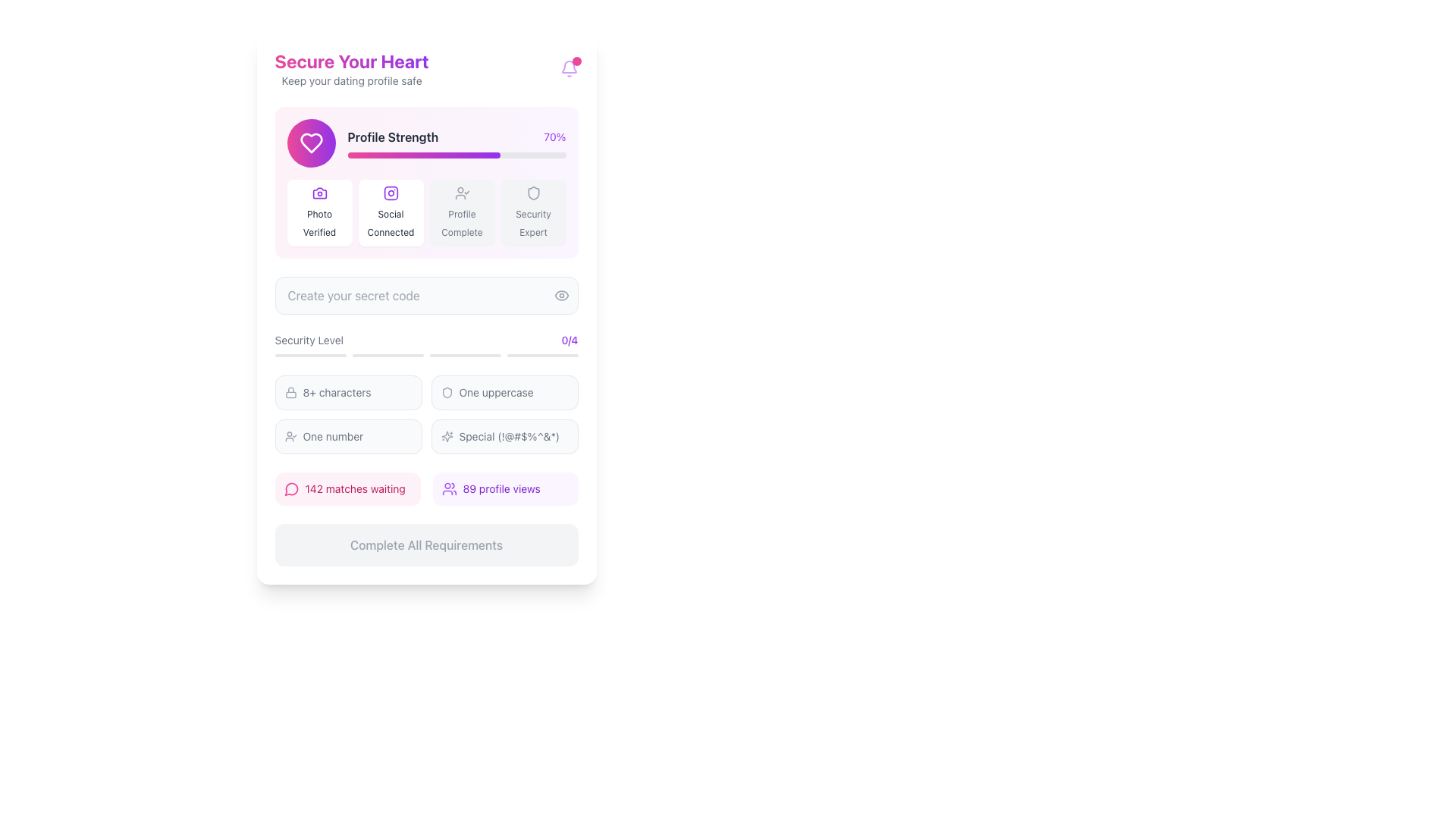 The image size is (1456, 819). Describe the element at coordinates (560, 295) in the screenshot. I see `the eye icon located to the right of the password input field labeled 'Create your secret code'` at that location.